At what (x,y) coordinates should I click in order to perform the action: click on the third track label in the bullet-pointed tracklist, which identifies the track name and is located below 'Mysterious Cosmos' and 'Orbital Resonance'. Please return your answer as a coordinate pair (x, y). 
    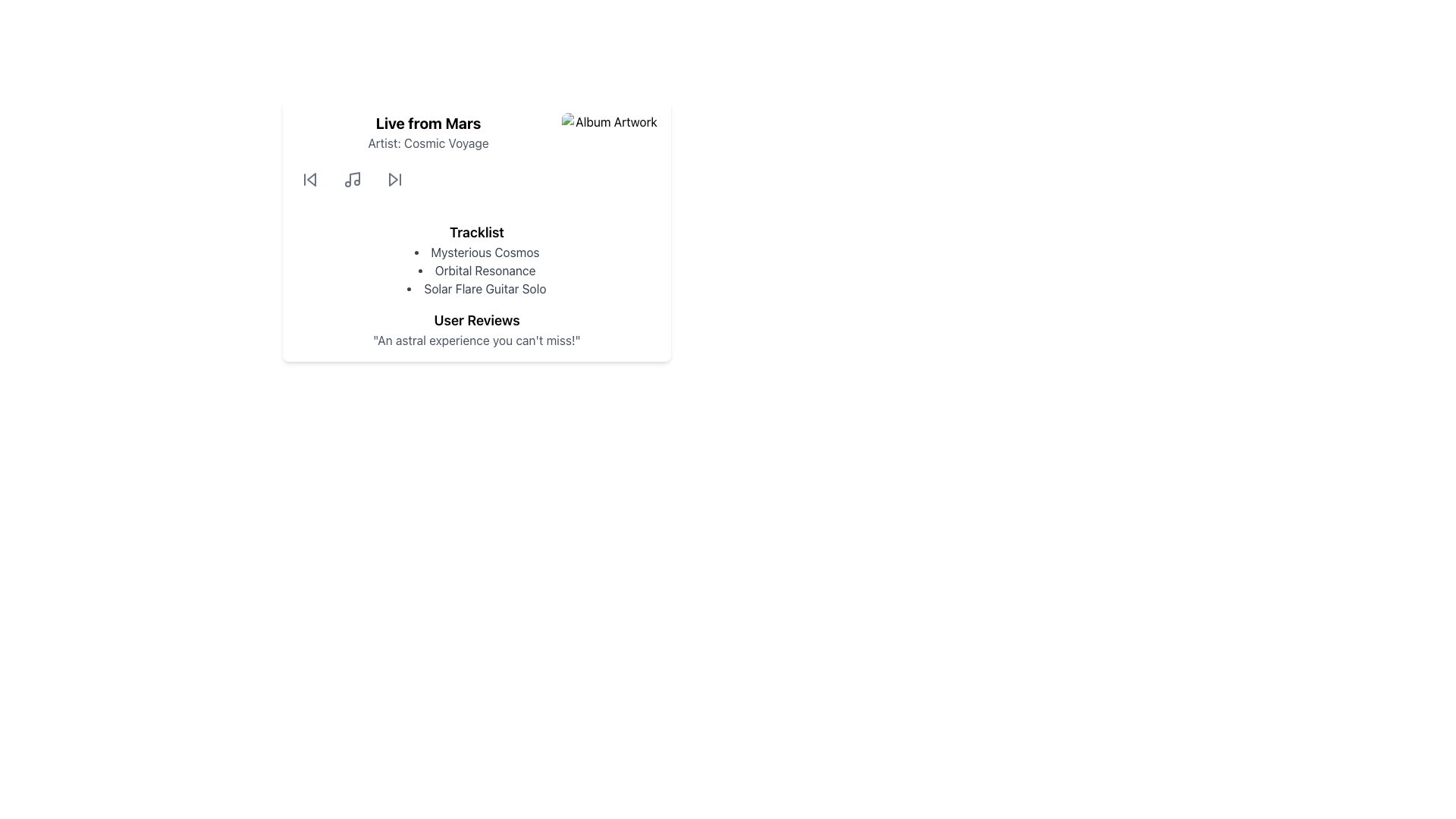
    Looking at the image, I should click on (475, 289).